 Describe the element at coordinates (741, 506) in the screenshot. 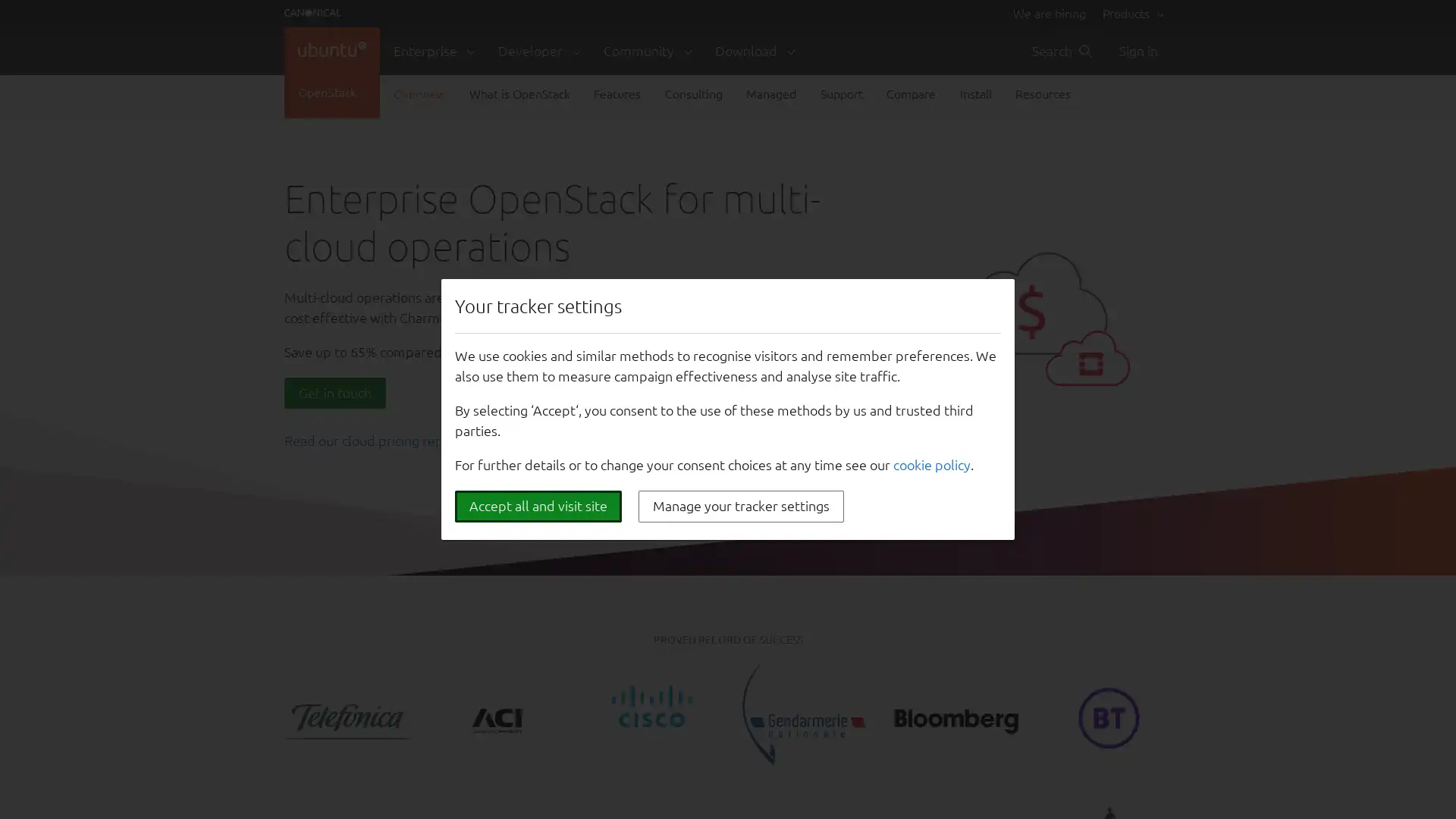

I see `Manage your tracker settings` at that location.